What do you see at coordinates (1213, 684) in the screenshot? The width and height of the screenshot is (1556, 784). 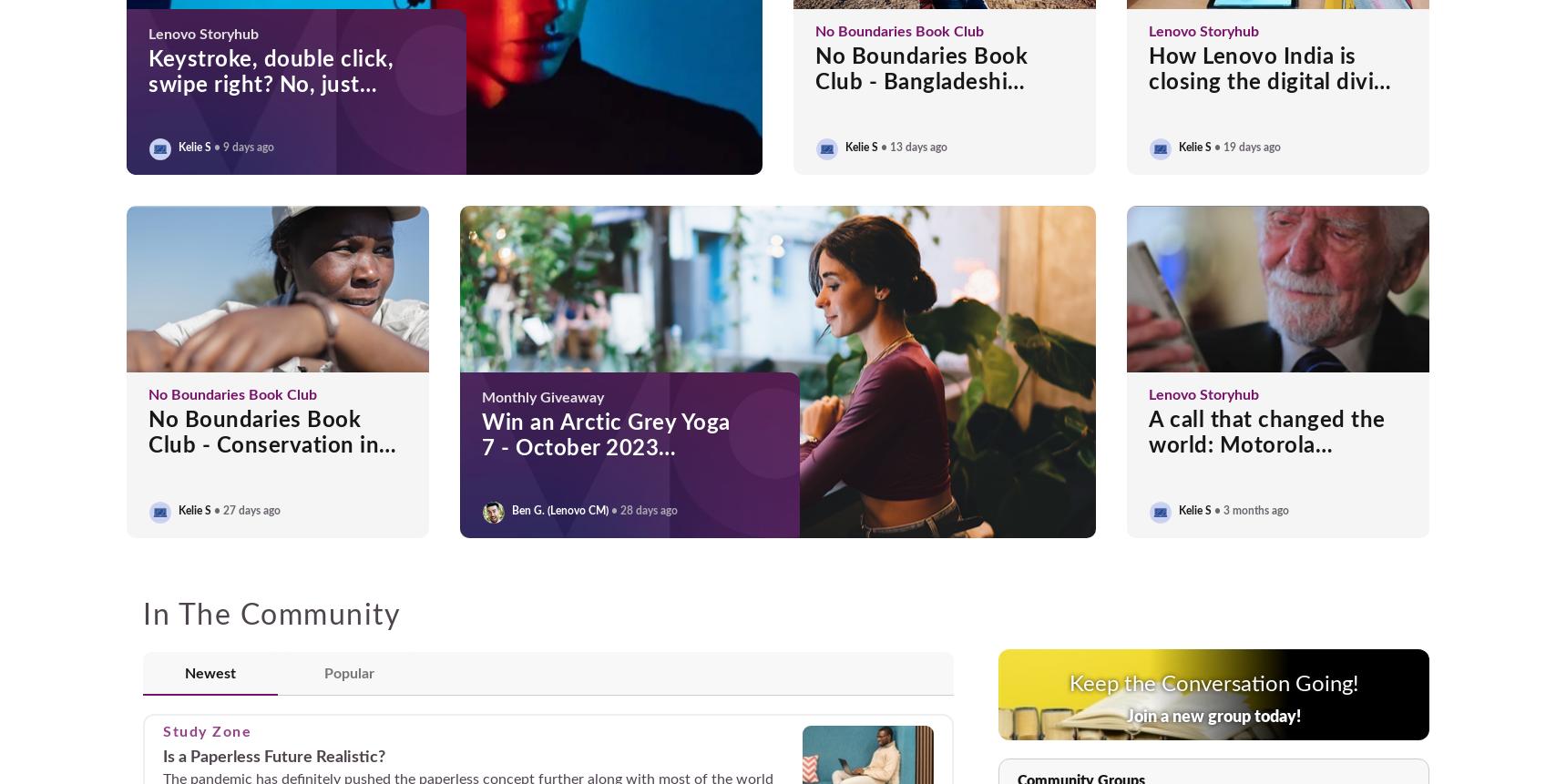 I see `'Keep the Conversation Going!'` at bounding box center [1213, 684].